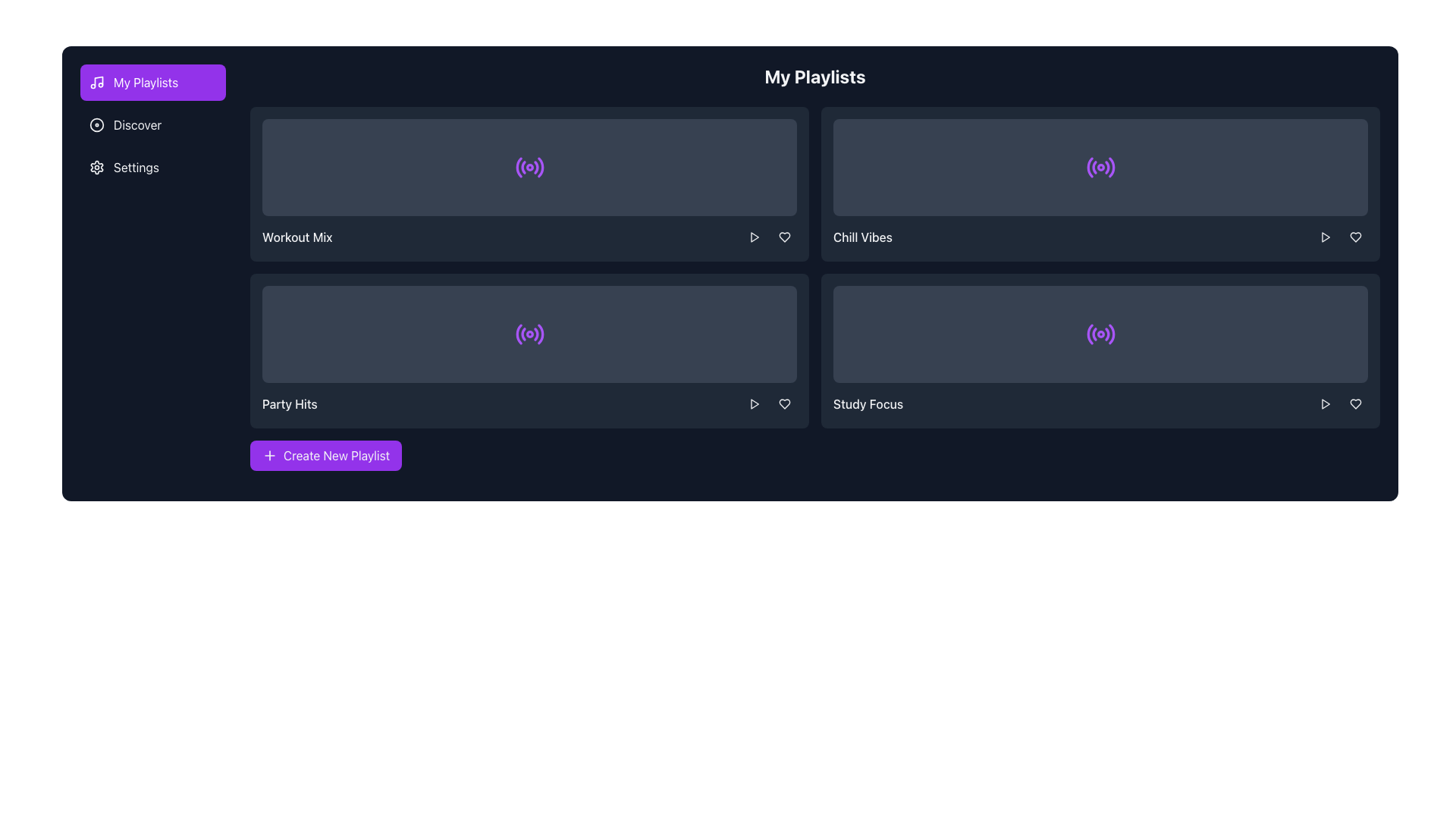 Image resolution: width=1456 pixels, height=819 pixels. What do you see at coordinates (152, 82) in the screenshot?
I see `the first navigational button in the left sidebar` at bounding box center [152, 82].